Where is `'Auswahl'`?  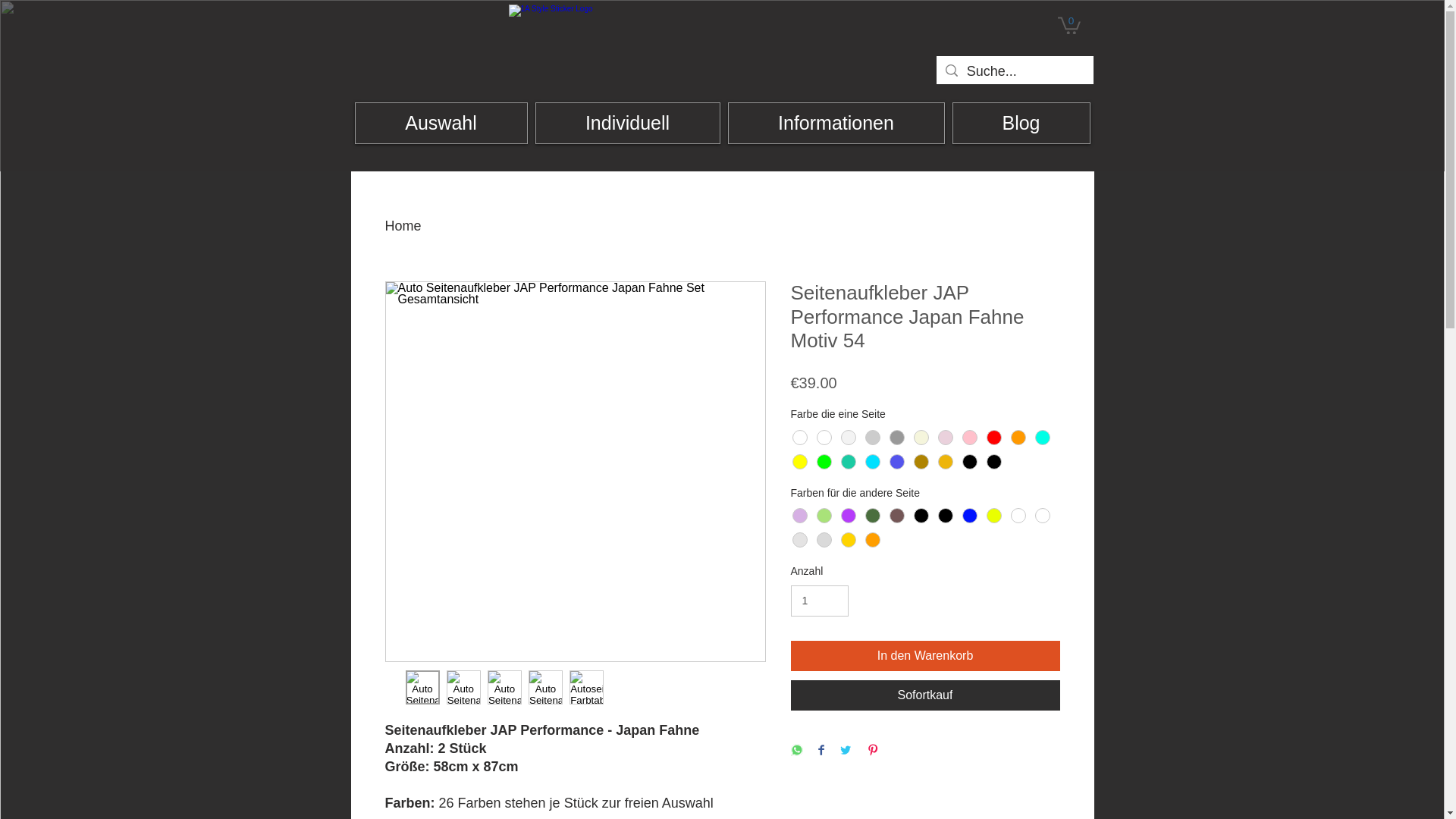 'Auswahl' is located at coordinates (440, 122).